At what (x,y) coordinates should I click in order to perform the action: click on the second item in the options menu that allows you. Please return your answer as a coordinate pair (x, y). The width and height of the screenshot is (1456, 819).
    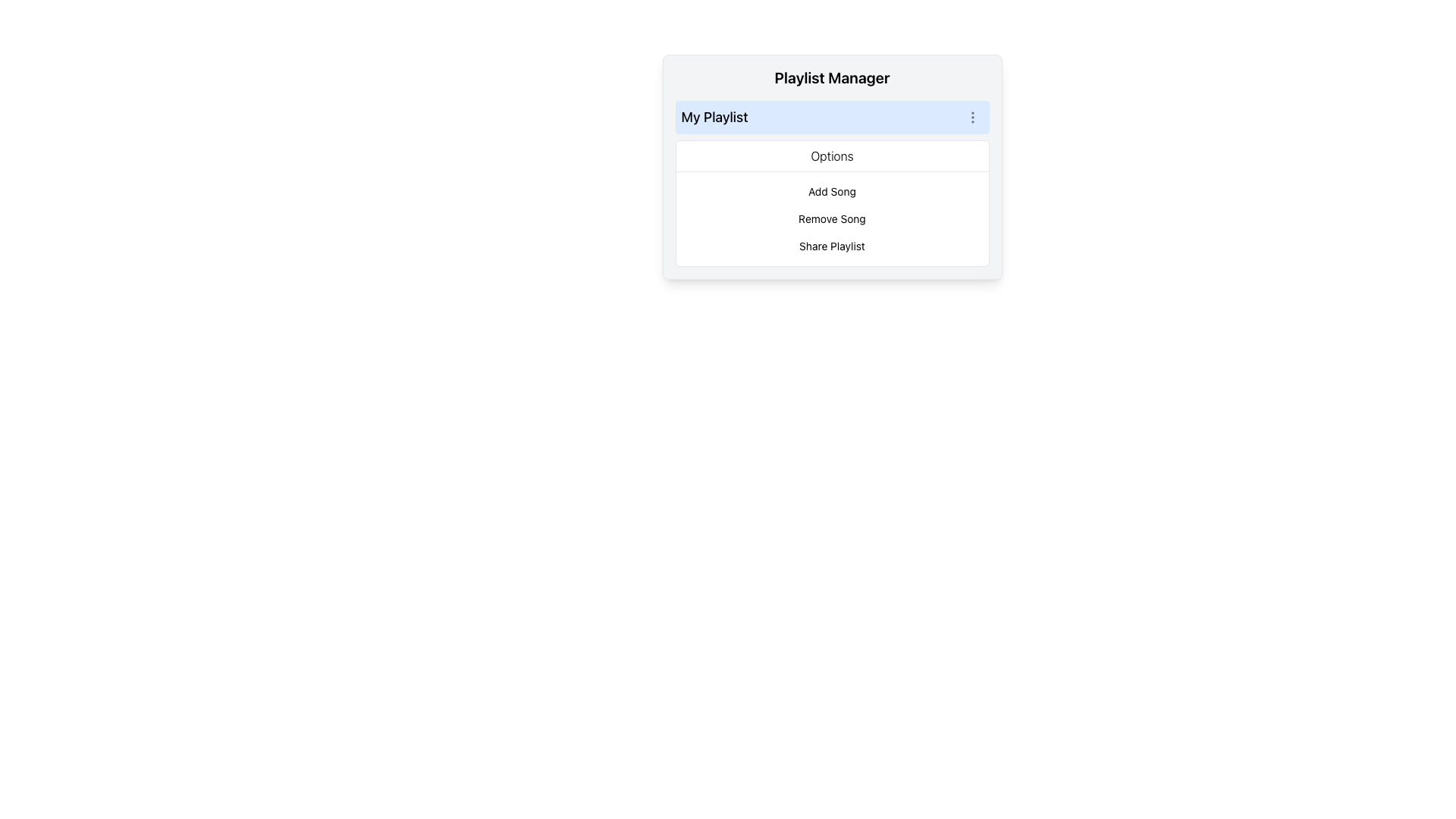
    Looking at the image, I should click on (831, 219).